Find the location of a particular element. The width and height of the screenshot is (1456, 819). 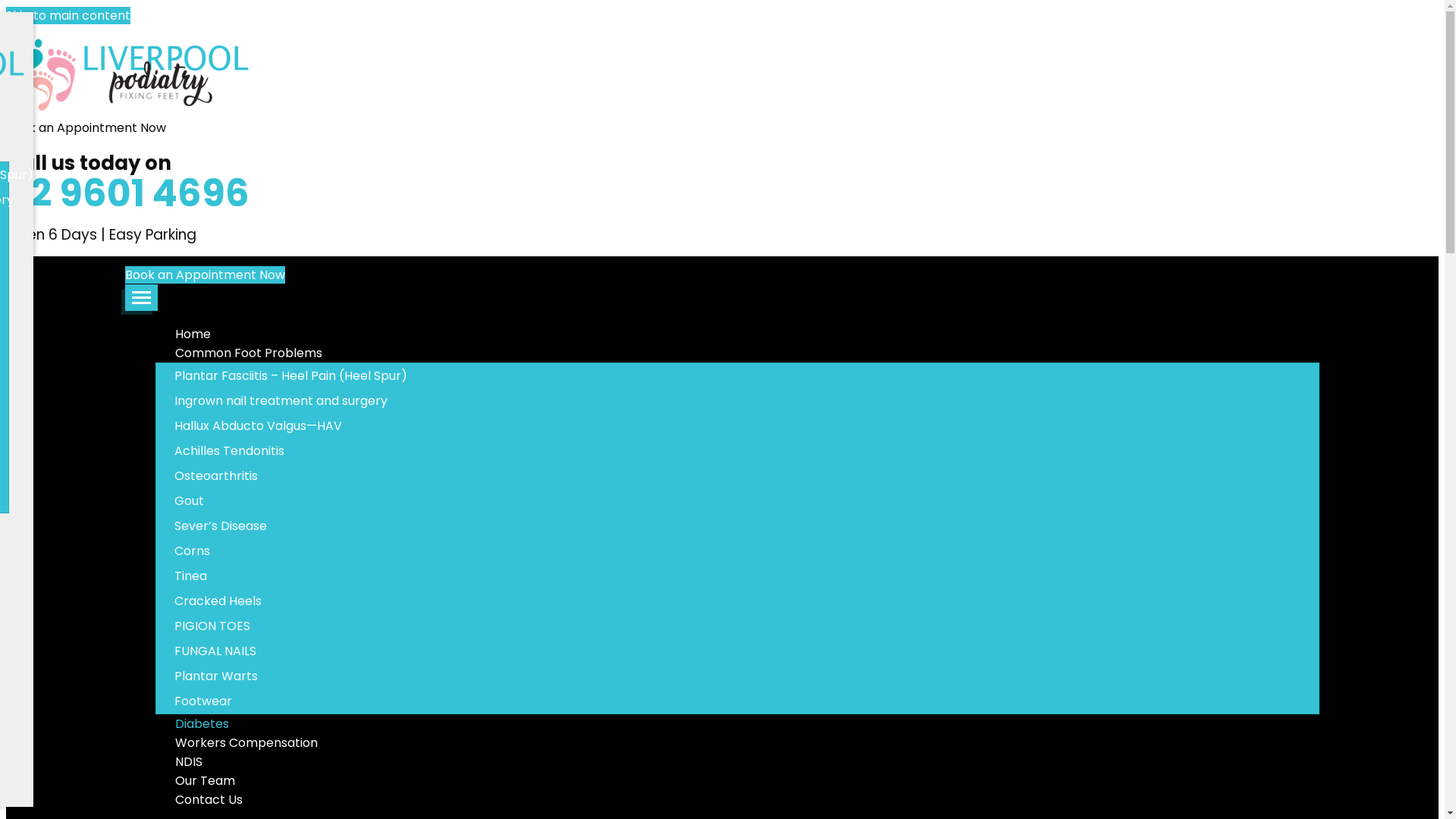

'NDIS' is located at coordinates (187, 761).